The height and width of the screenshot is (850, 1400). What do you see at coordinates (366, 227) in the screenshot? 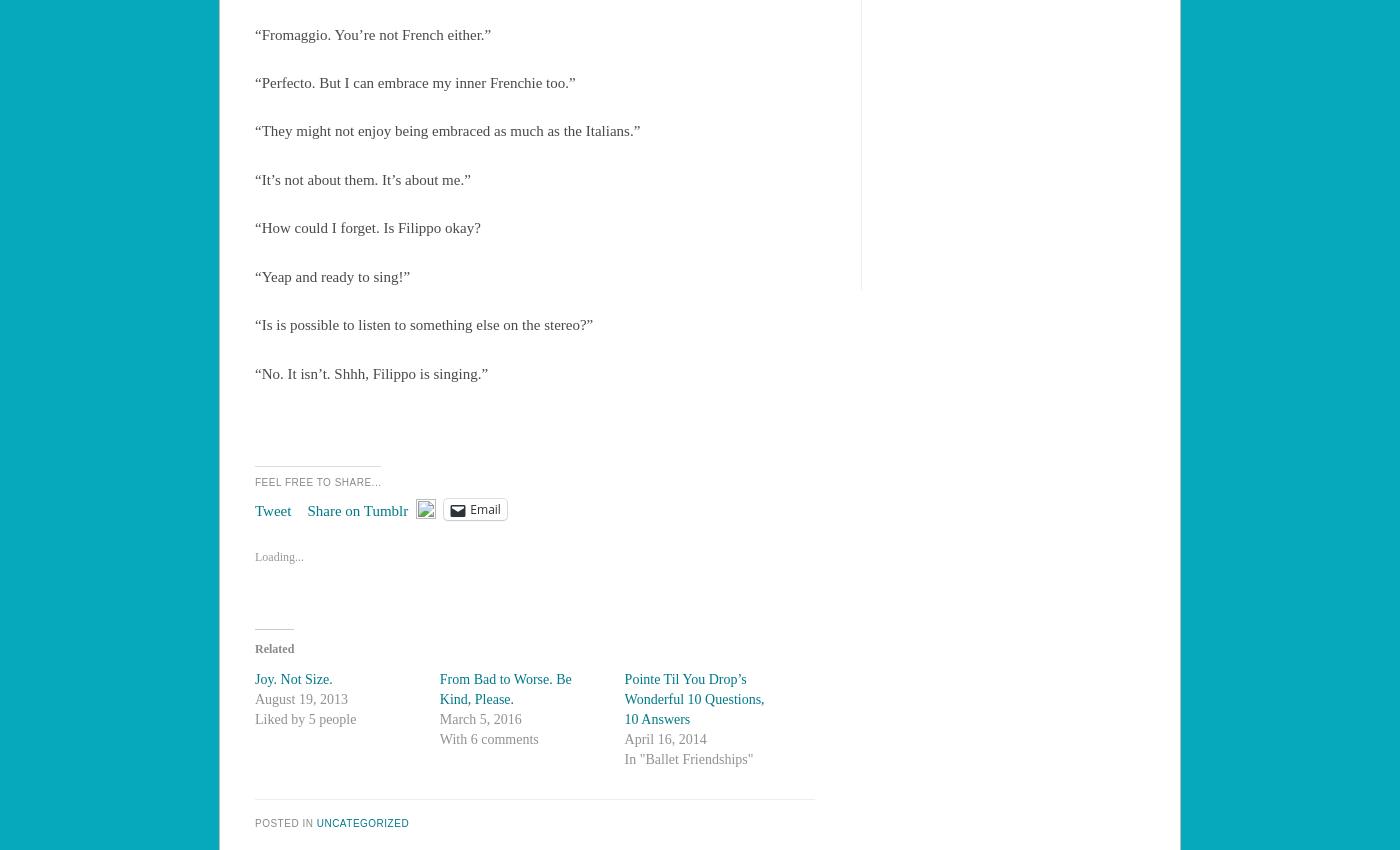
I see `'“How could I forget. Is Filippo okay?'` at bounding box center [366, 227].